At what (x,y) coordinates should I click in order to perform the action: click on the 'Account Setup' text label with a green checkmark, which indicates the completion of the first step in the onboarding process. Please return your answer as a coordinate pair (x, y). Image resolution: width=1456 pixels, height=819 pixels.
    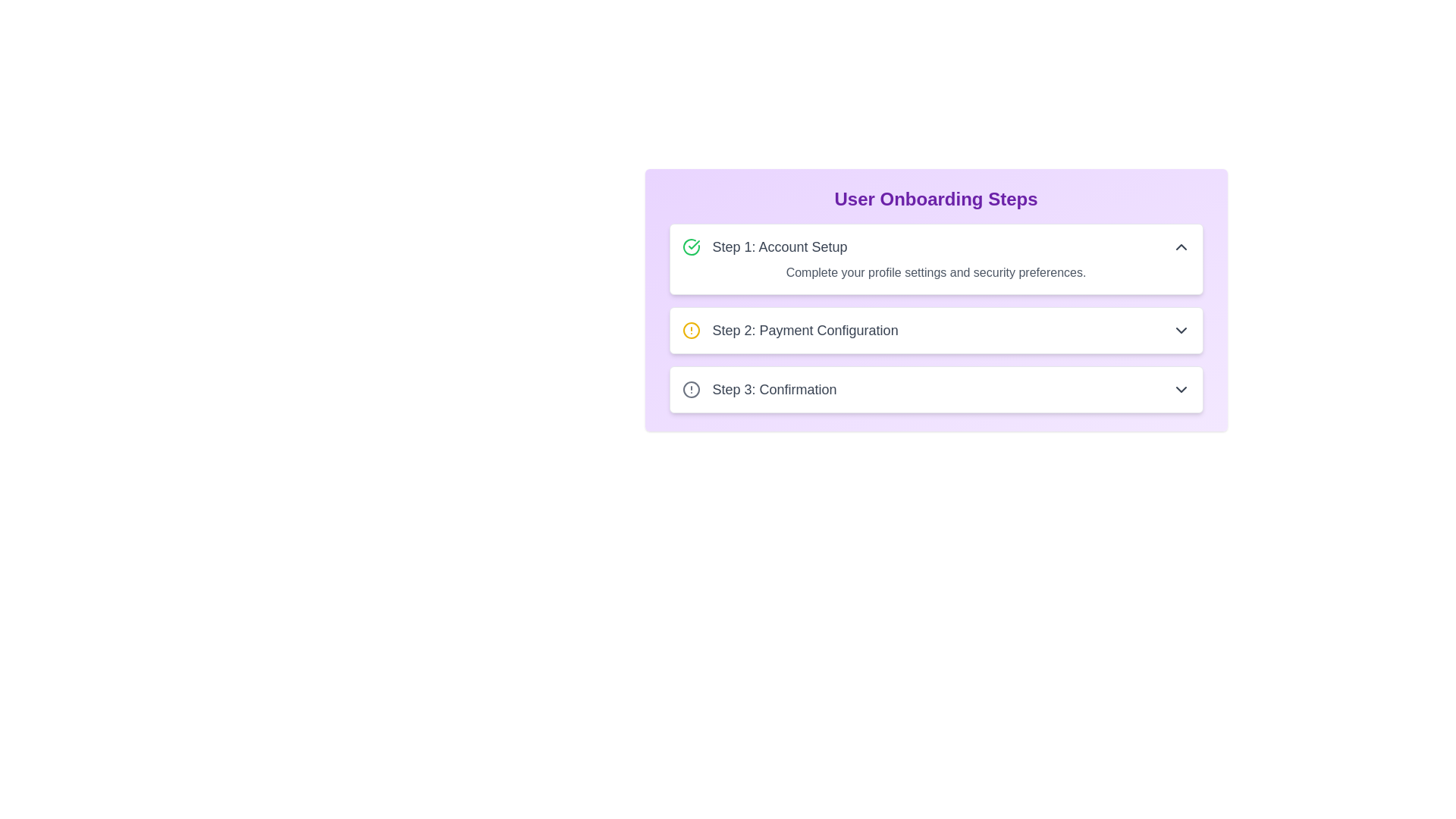
    Looking at the image, I should click on (764, 246).